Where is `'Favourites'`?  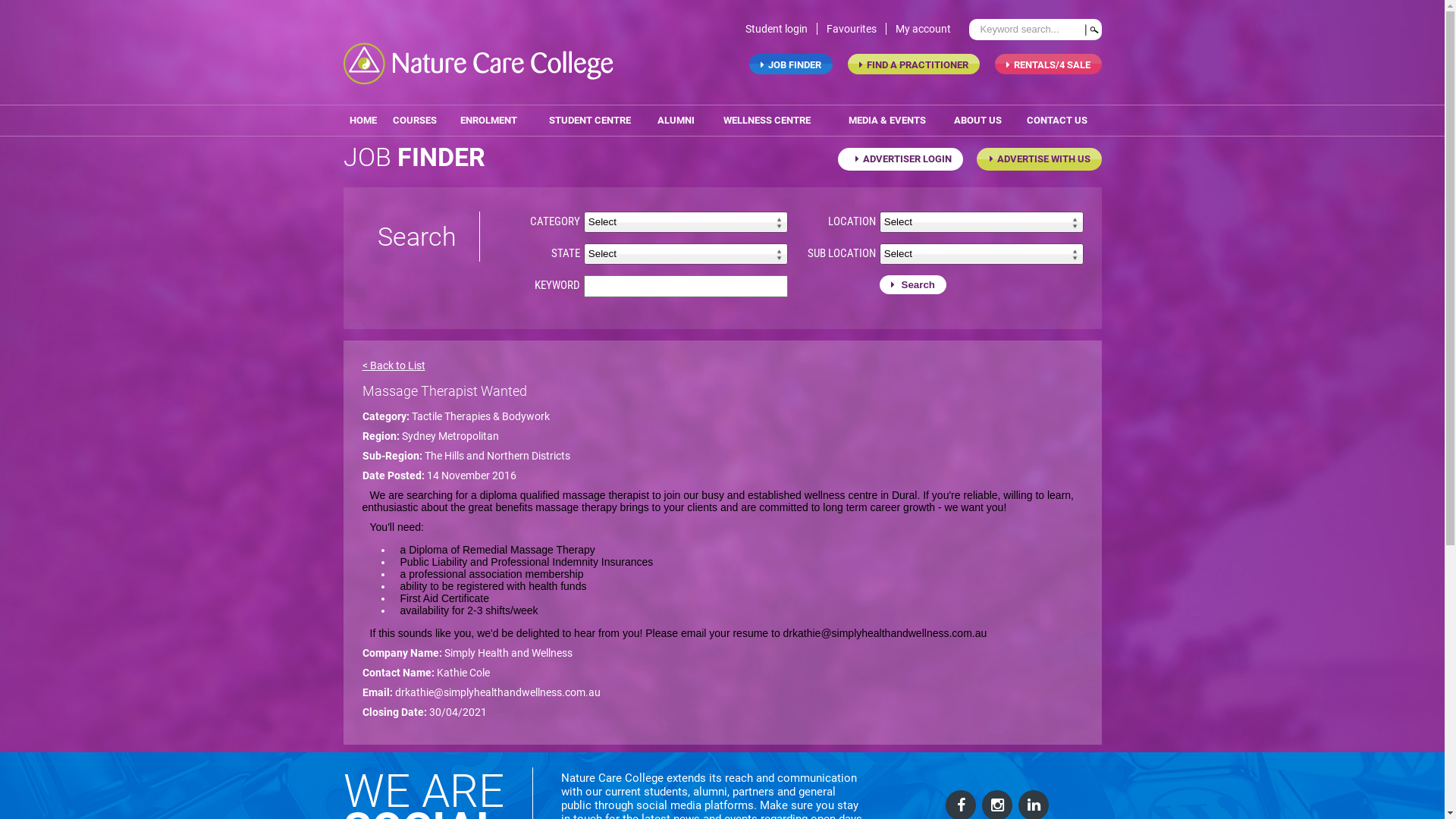
'Favourites' is located at coordinates (856, 29).